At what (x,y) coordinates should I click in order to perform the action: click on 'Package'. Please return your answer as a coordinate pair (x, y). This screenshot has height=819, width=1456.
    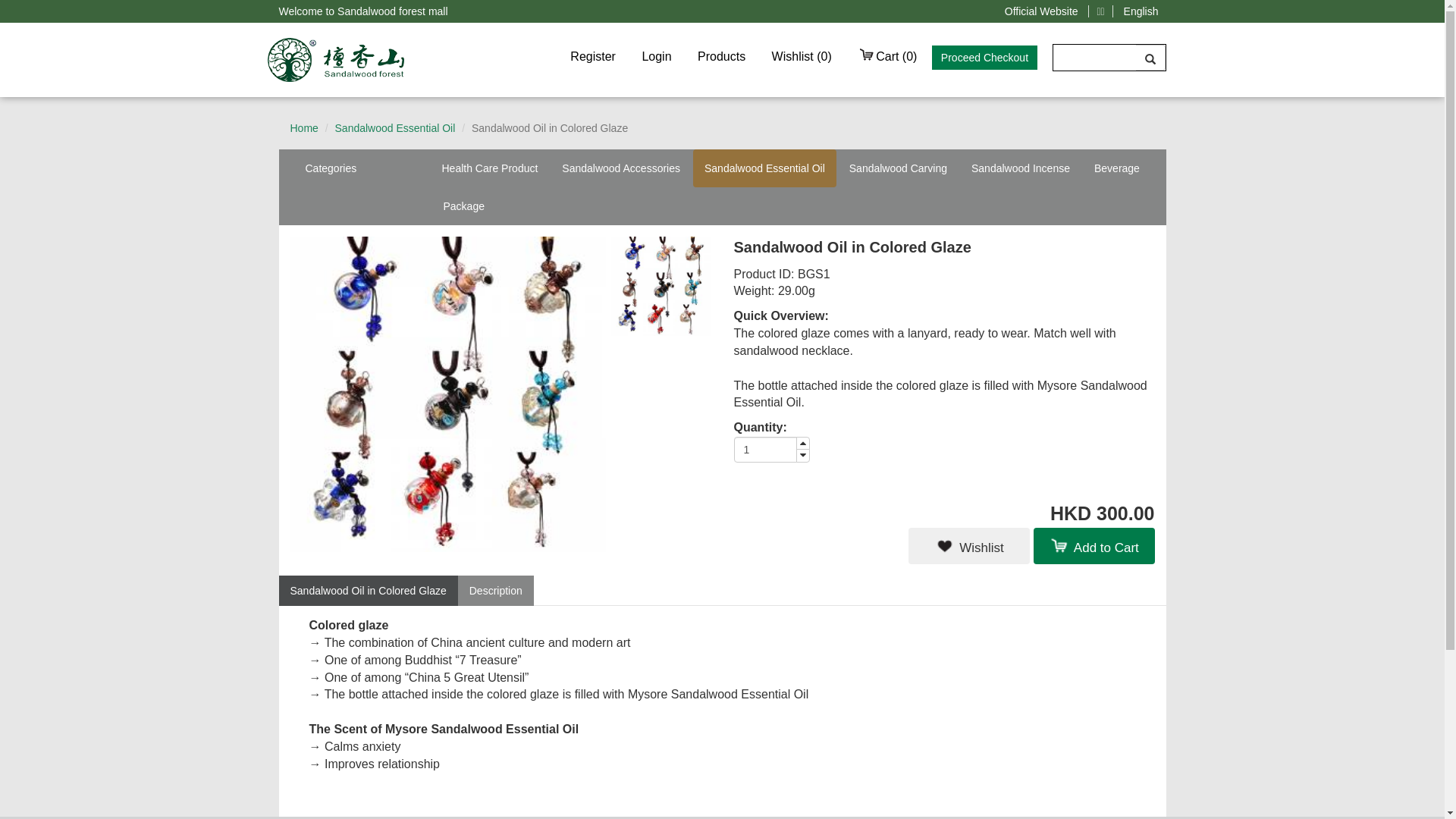
    Looking at the image, I should click on (463, 206).